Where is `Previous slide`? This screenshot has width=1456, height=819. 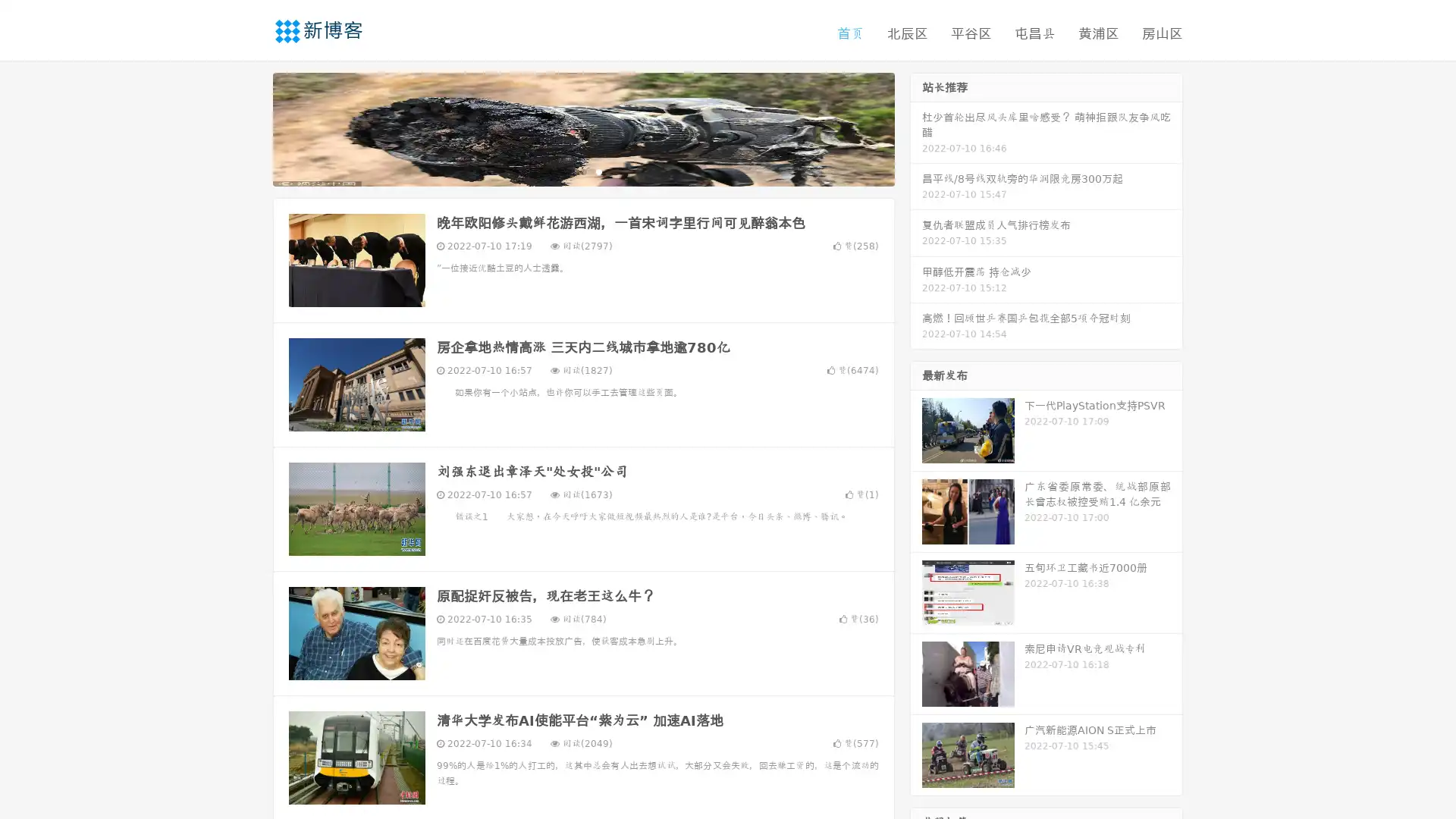 Previous slide is located at coordinates (250, 127).